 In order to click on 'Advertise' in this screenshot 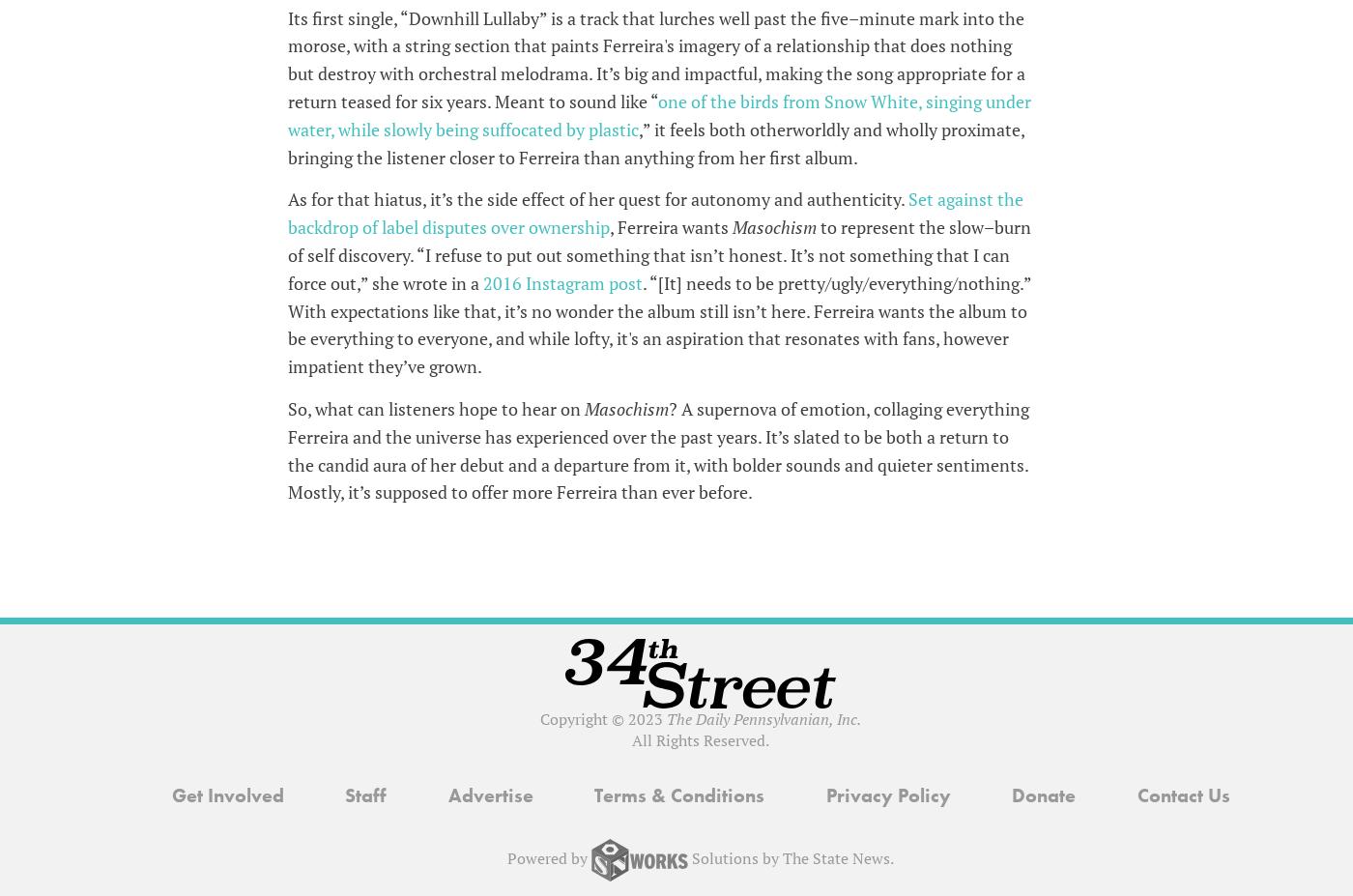, I will do `click(489, 795)`.